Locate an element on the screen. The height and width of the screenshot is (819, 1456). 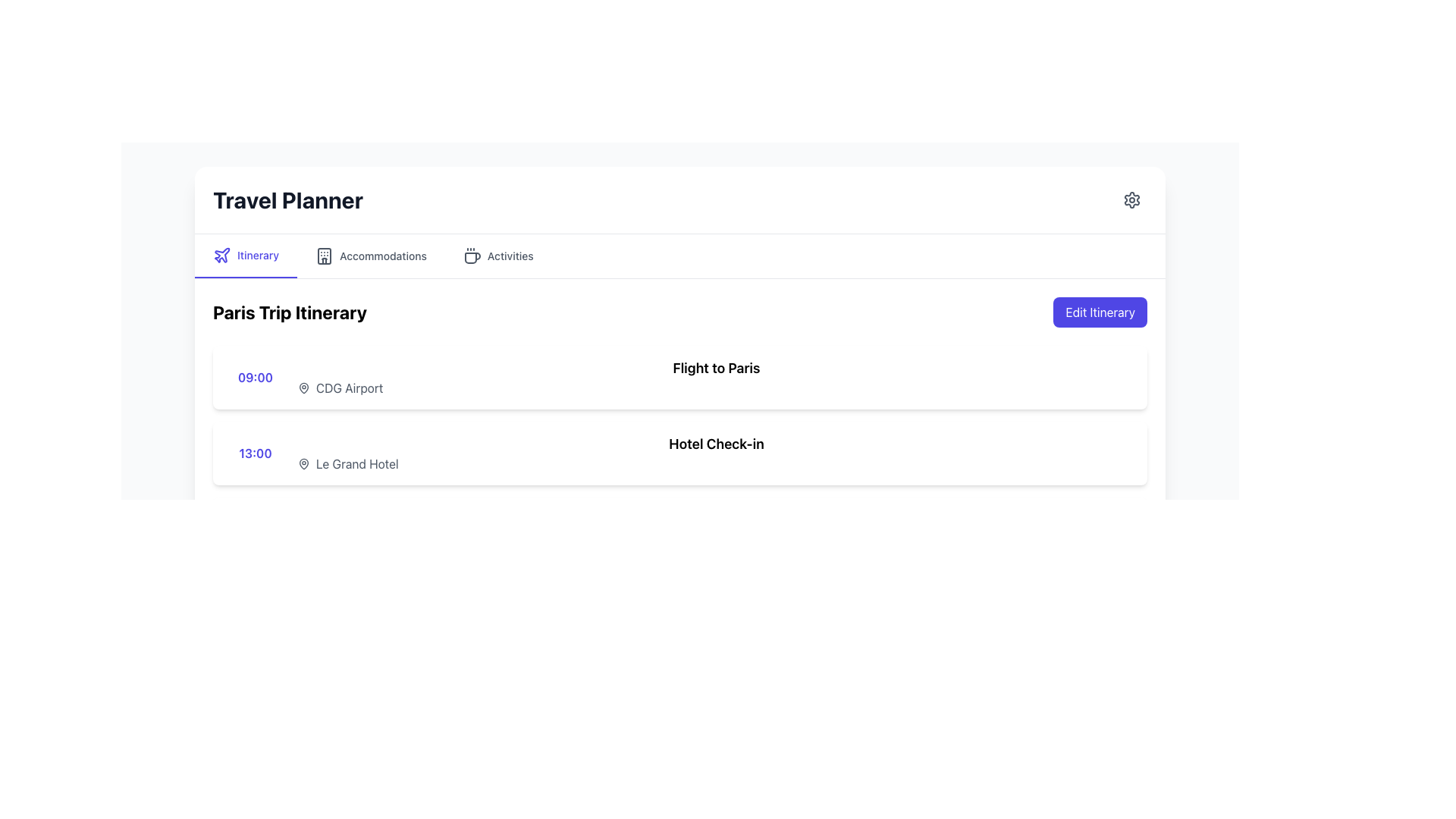
the circular settings icon (gear-like shape) located is located at coordinates (1131, 199).